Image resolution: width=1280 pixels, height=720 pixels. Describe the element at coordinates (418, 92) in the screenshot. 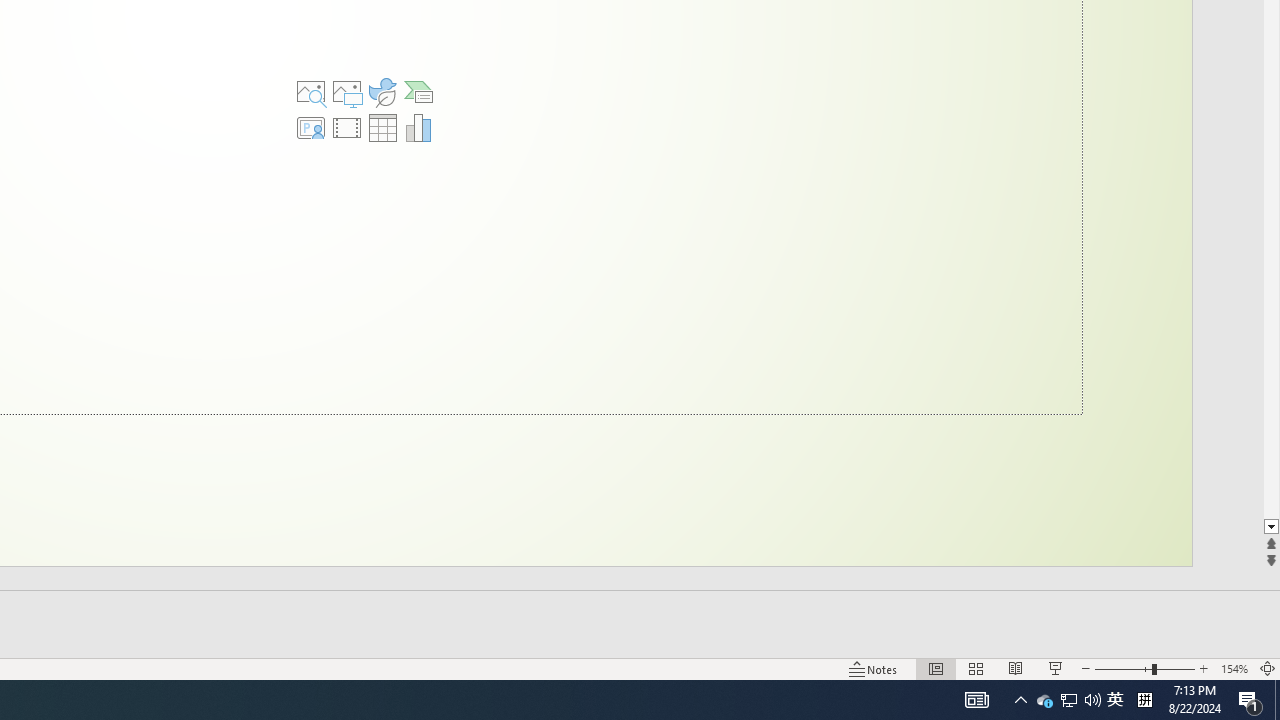

I see `'Insert a SmartArt Graphic'` at that location.